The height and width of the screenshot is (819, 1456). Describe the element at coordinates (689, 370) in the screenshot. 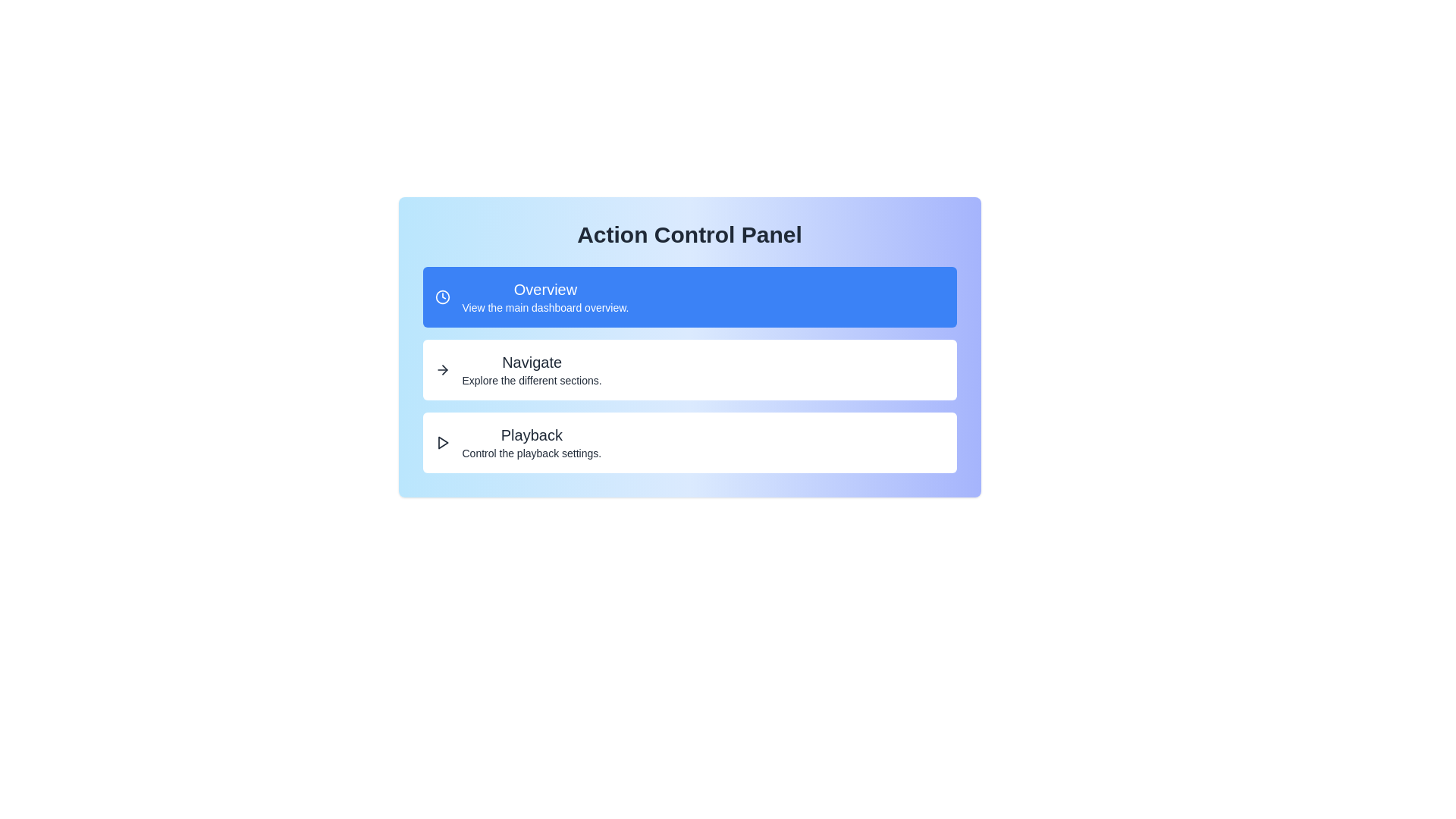

I see `the interactive list item titled 'Navigate'` at that location.